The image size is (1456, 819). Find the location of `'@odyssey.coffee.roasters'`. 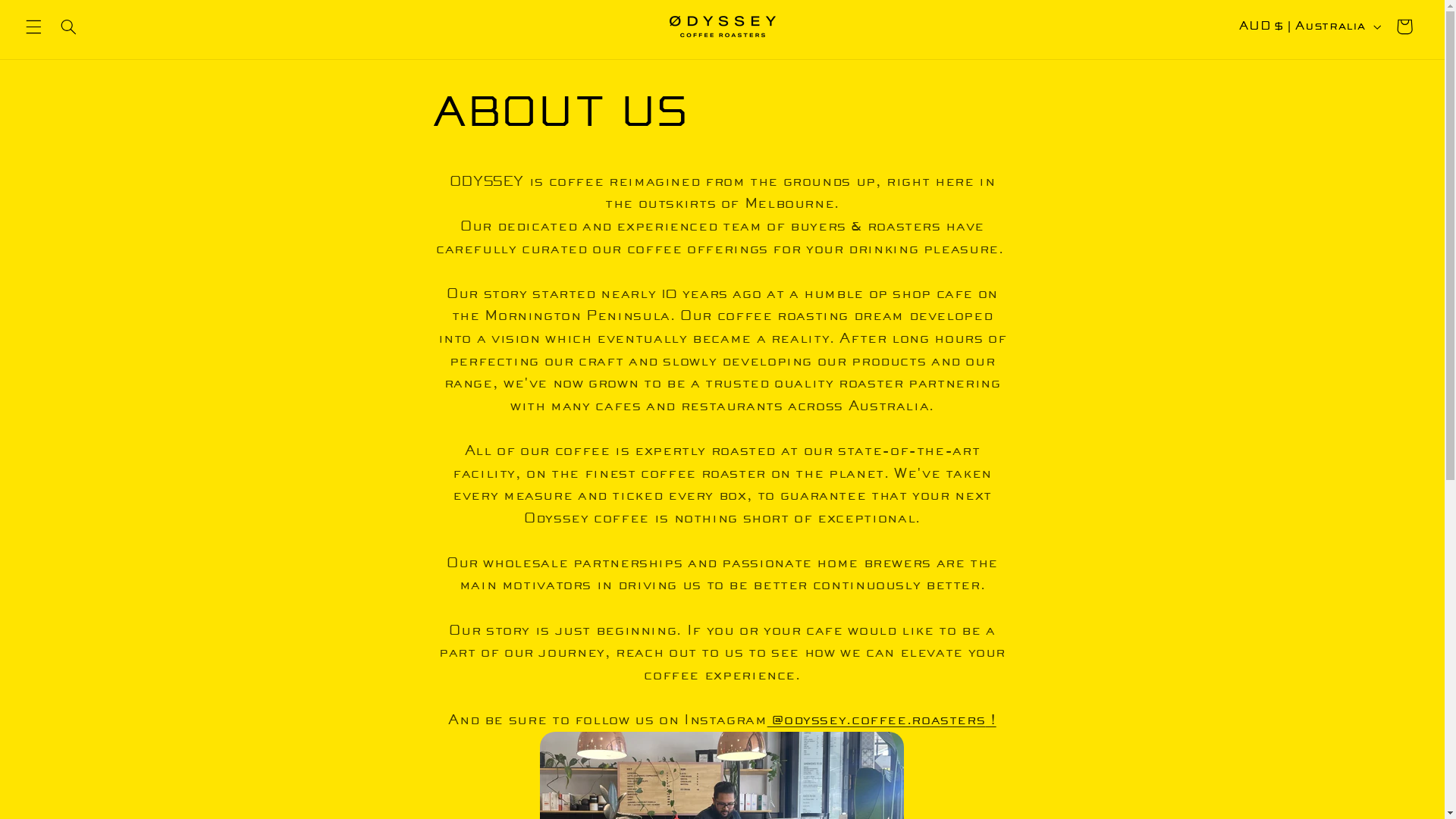

'@odyssey.coffee.roasters' is located at coordinates (877, 718).